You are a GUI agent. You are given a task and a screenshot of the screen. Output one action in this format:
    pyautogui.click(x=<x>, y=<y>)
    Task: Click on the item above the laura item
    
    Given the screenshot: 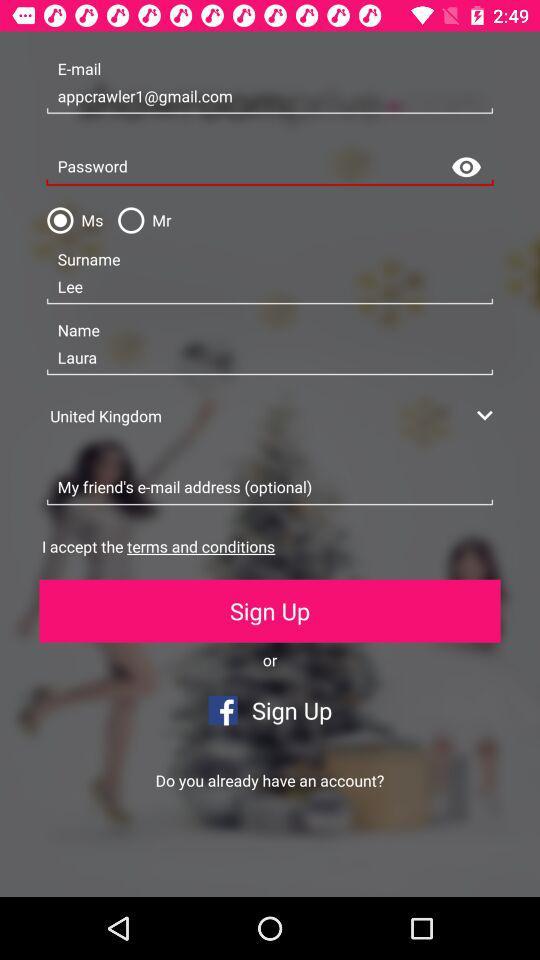 What is the action you would take?
    pyautogui.click(x=270, y=286)
    